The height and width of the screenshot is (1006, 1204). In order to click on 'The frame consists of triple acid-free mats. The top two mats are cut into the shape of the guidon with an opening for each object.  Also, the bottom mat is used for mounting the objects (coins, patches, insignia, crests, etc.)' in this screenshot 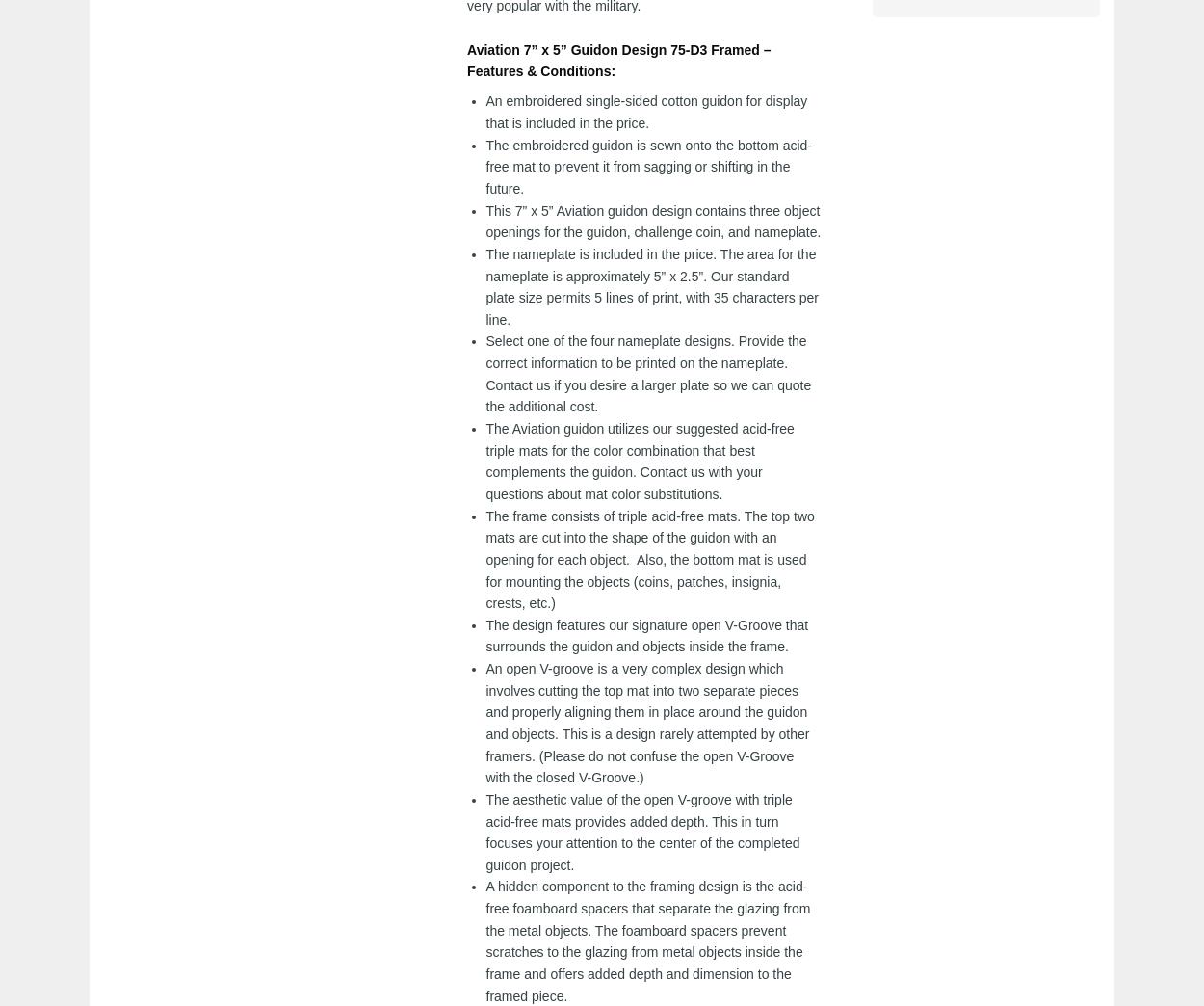, I will do `click(649, 558)`.